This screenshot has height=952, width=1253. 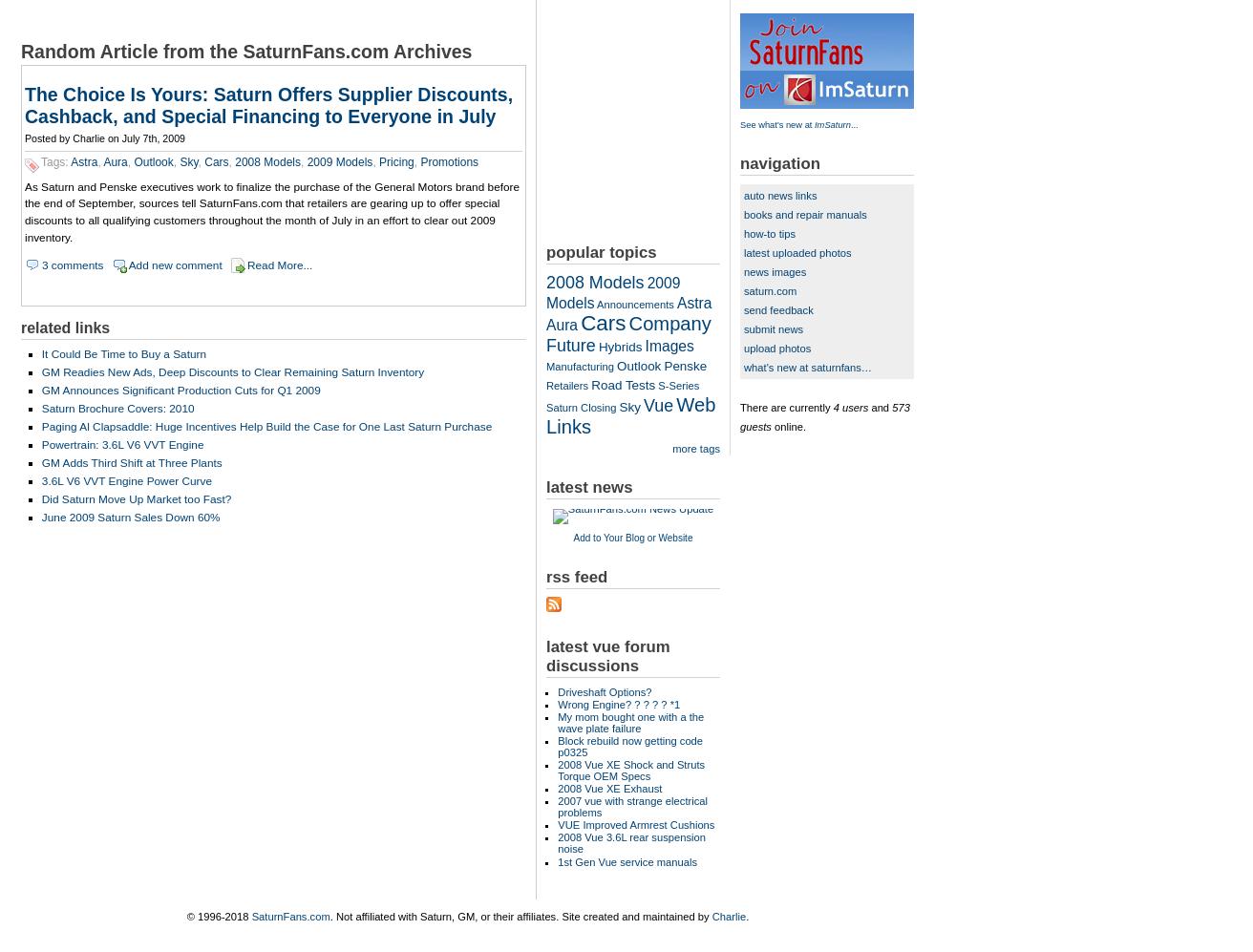 What do you see at coordinates (136, 497) in the screenshot?
I see `'Did Saturn Move Up Market too Fast?'` at bounding box center [136, 497].